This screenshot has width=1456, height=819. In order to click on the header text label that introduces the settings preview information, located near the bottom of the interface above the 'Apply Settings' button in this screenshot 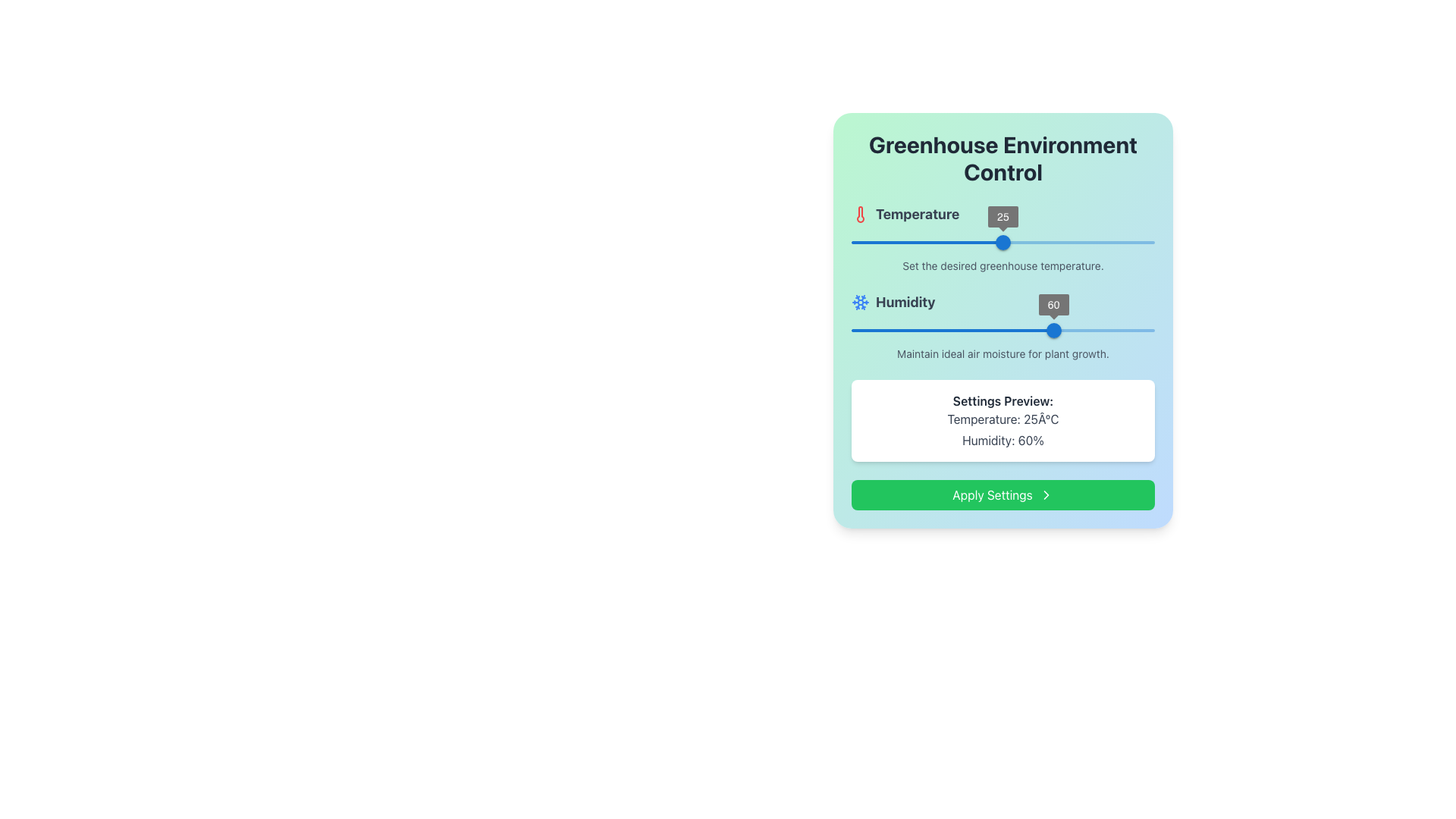, I will do `click(1003, 400)`.